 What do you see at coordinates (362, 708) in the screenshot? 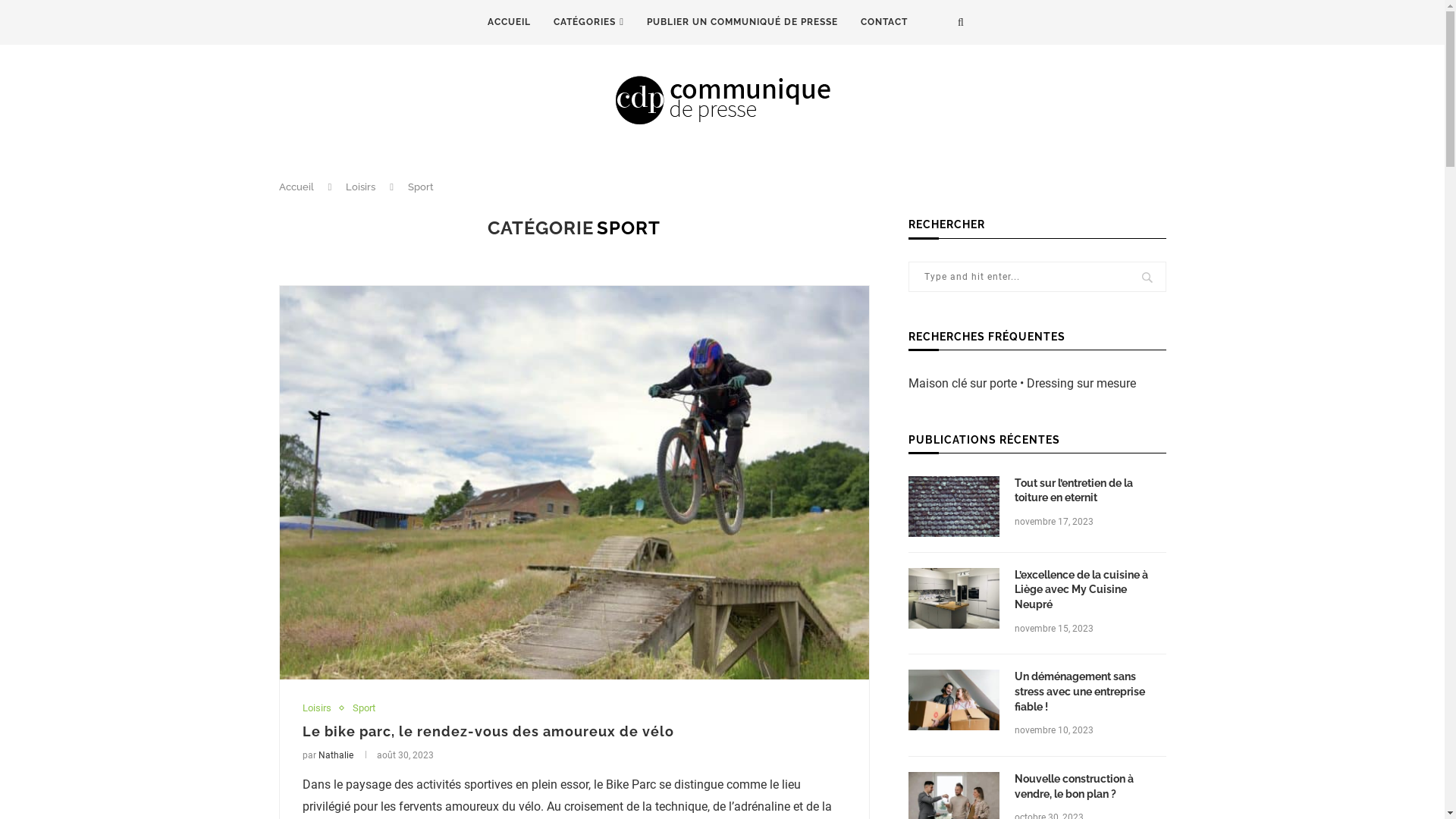
I see `'Sport'` at bounding box center [362, 708].